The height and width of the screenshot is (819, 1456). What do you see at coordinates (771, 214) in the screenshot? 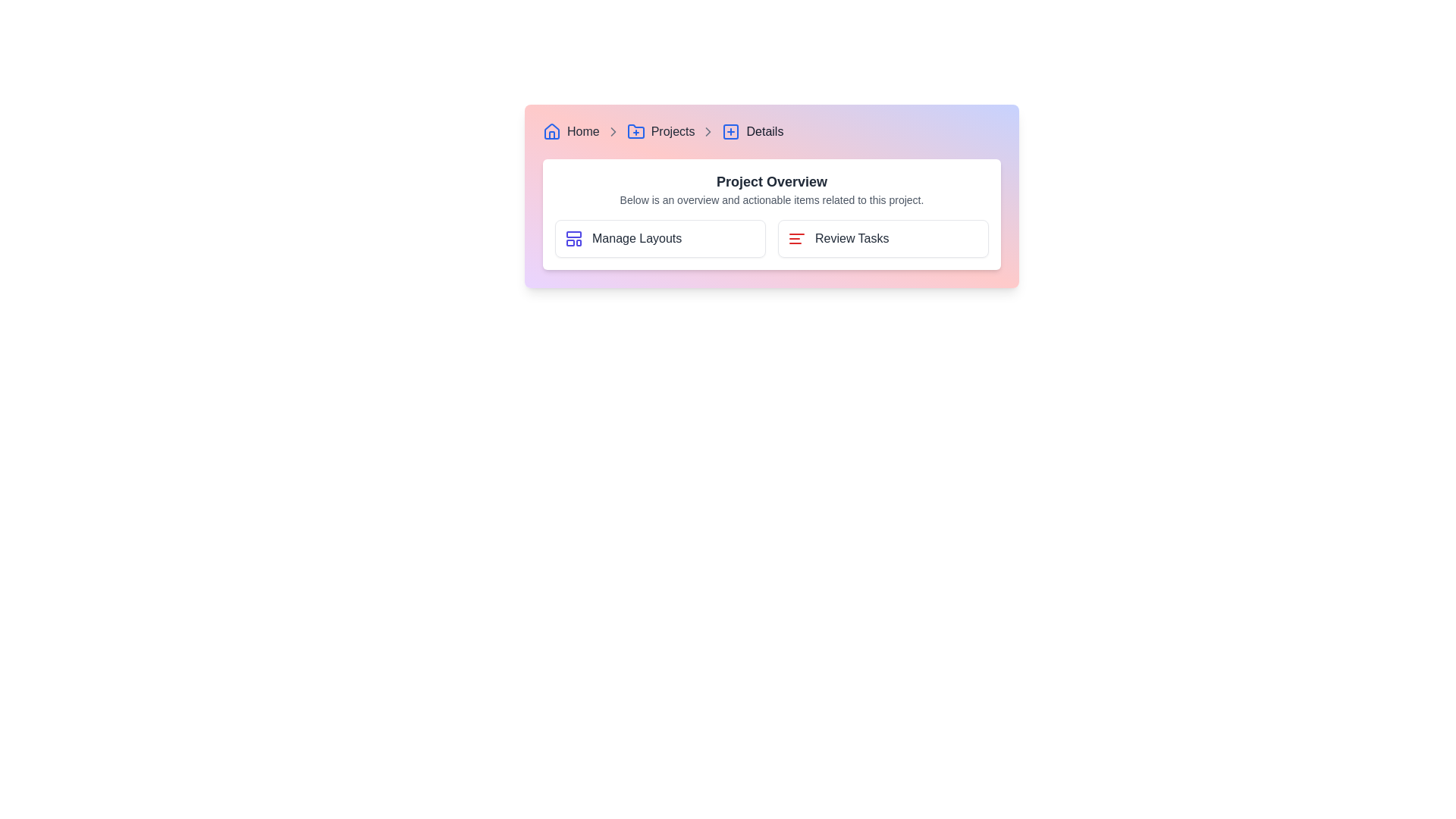
I see `the 'Manage Layouts' button located at the bottom of the 'Project Overview' informational card` at bounding box center [771, 214].